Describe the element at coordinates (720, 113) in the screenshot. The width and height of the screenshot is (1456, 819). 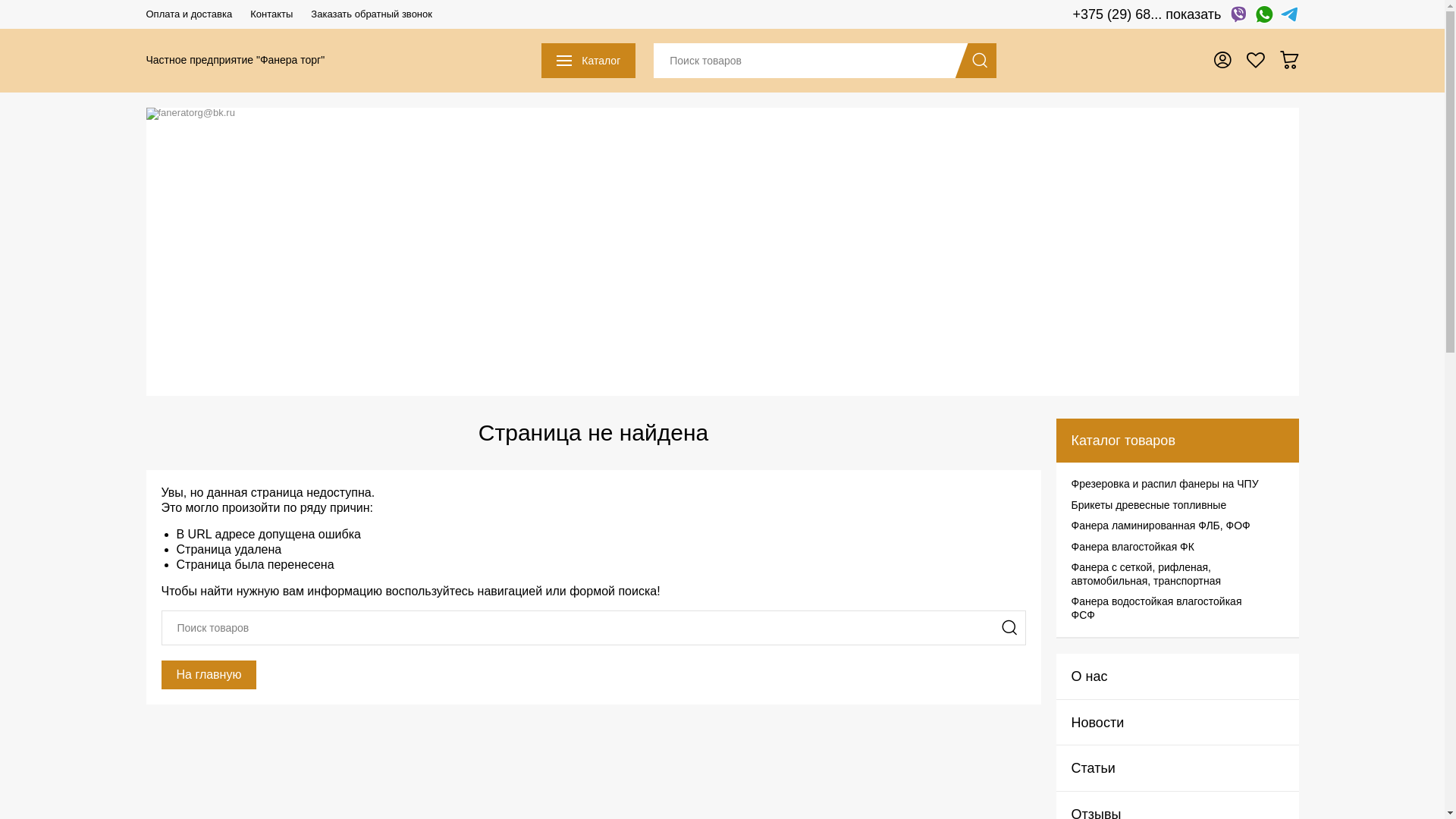
I see `'faneratorg@bk.ru'` at that location.